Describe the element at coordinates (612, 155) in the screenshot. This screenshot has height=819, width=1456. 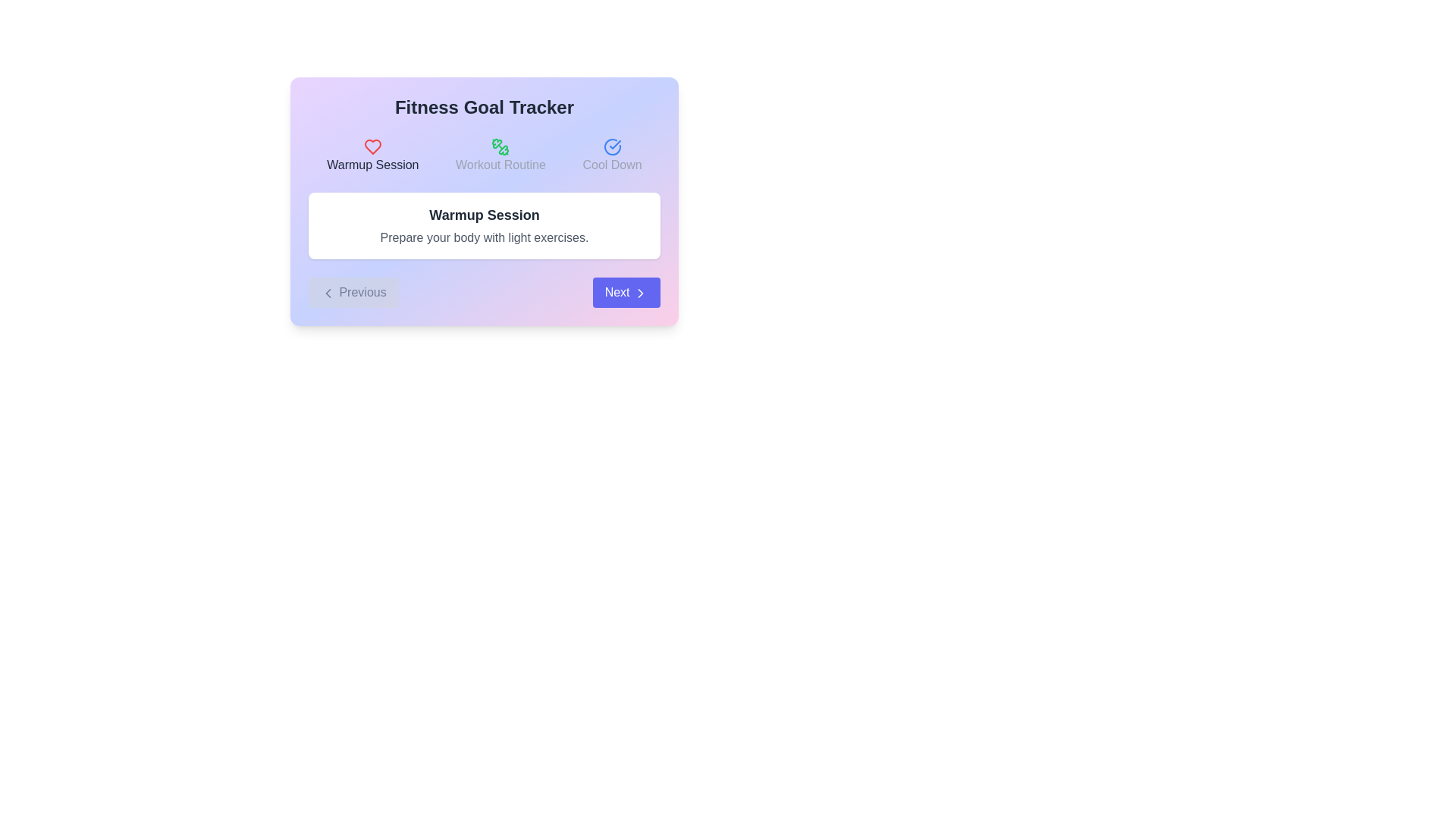
I see `the blue circular icon with a checkmark and the text 'Cool Down' beneath it, which is the third item in a horizontal row of selectable elements` at that location.